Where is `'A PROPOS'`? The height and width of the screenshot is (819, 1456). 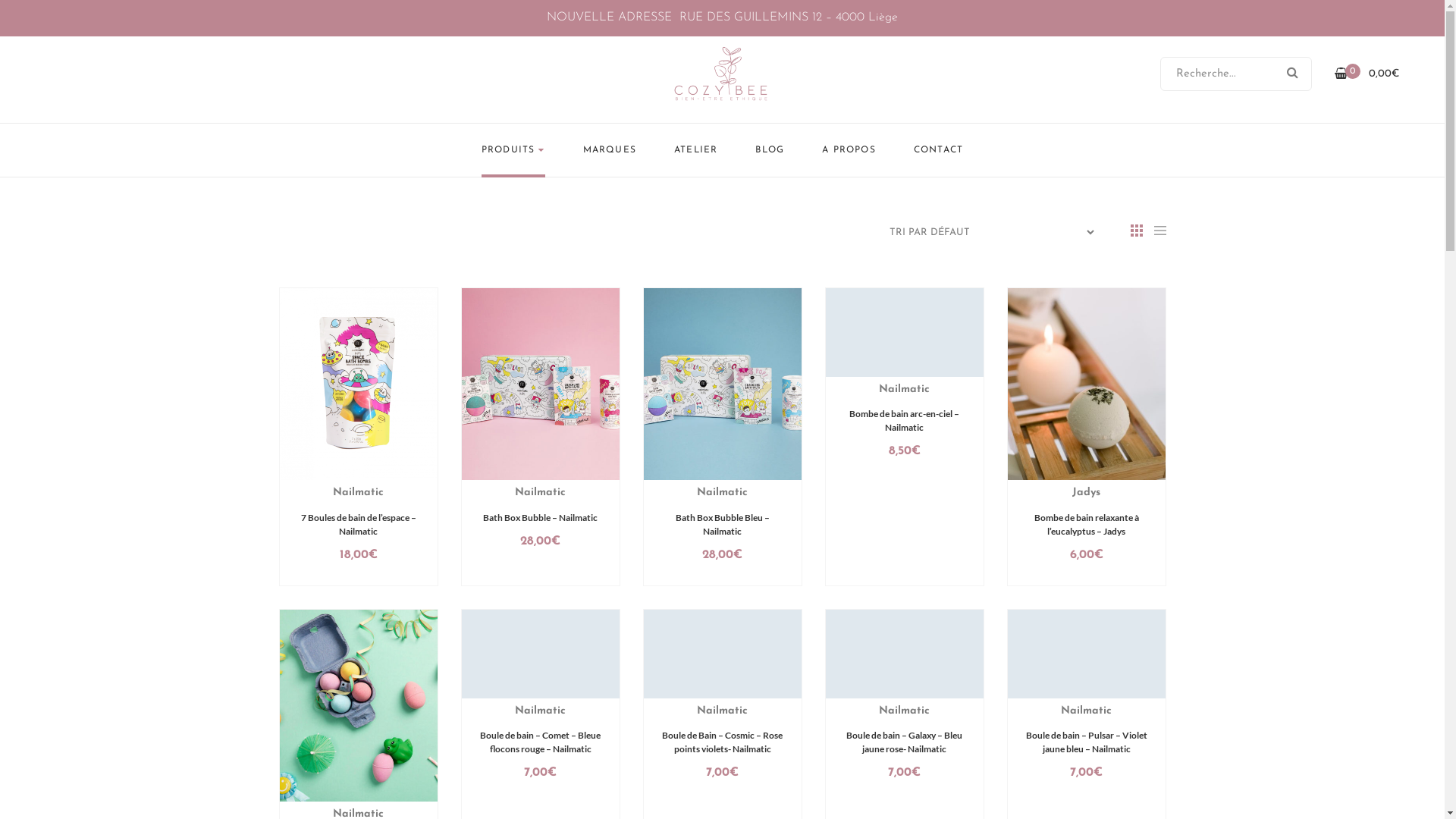
'A PROPOS' is located at coordinates (821, 149).